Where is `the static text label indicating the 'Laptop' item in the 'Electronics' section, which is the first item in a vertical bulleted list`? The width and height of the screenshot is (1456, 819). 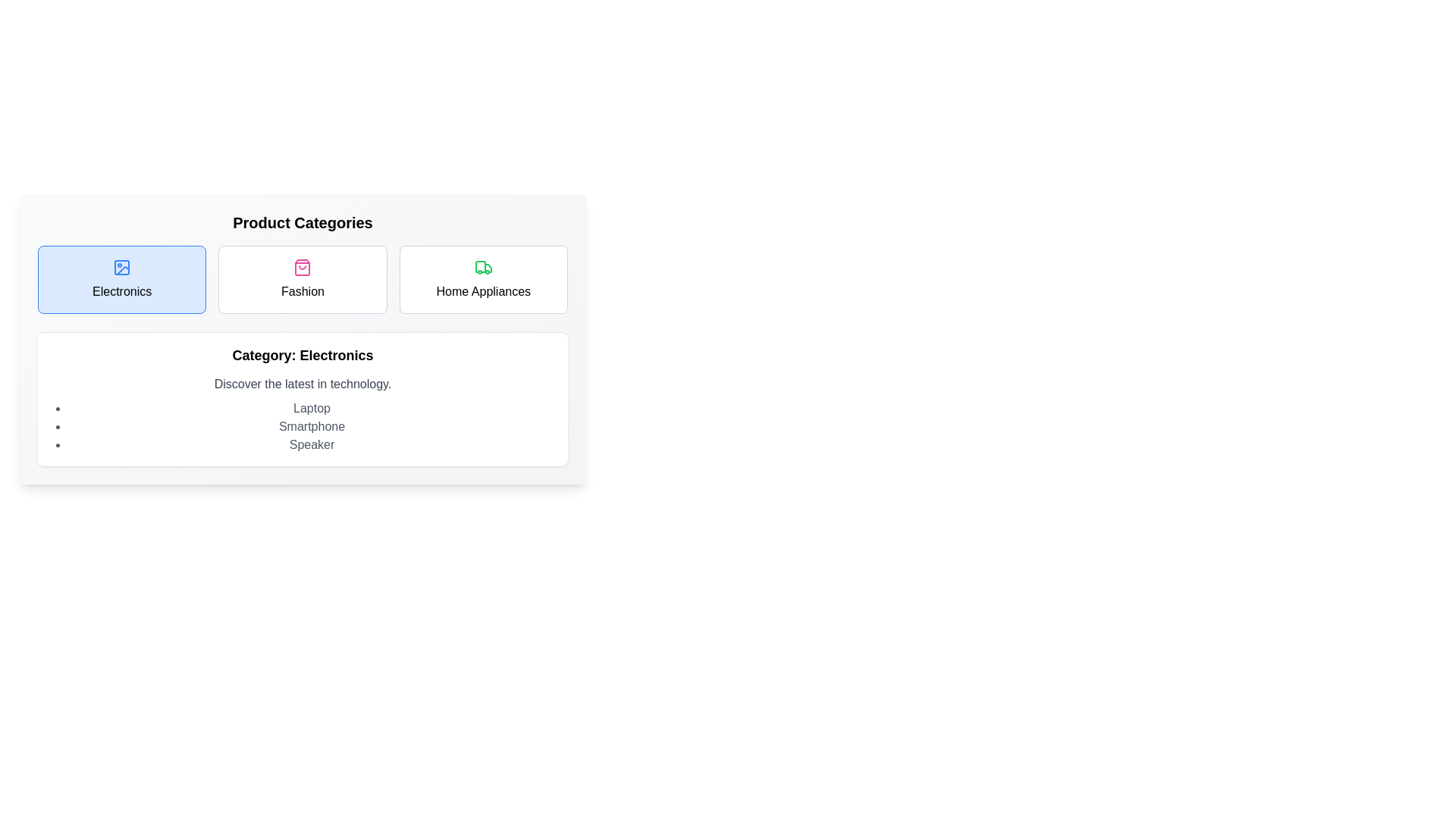 the static text label indicating the 'Laptop' item in the 'Electronics' section, which is the first item in a vertical bulleted list is located at coordinates (311, 408).